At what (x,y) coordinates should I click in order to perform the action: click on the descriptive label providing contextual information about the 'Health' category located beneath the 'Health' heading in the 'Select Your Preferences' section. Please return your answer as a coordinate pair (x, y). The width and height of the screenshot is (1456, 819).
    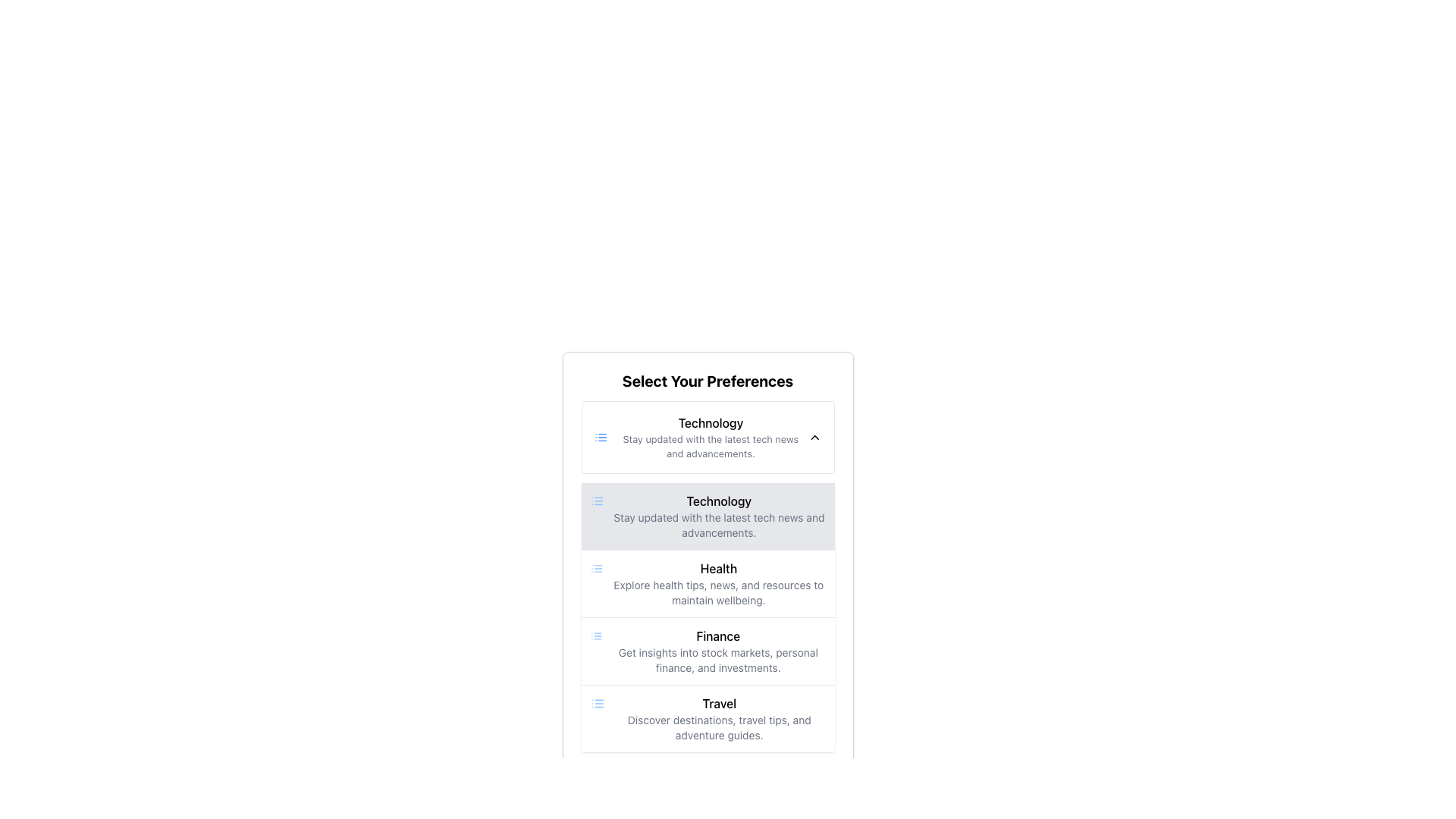
    Looking at the image, I should click on (717, 592).